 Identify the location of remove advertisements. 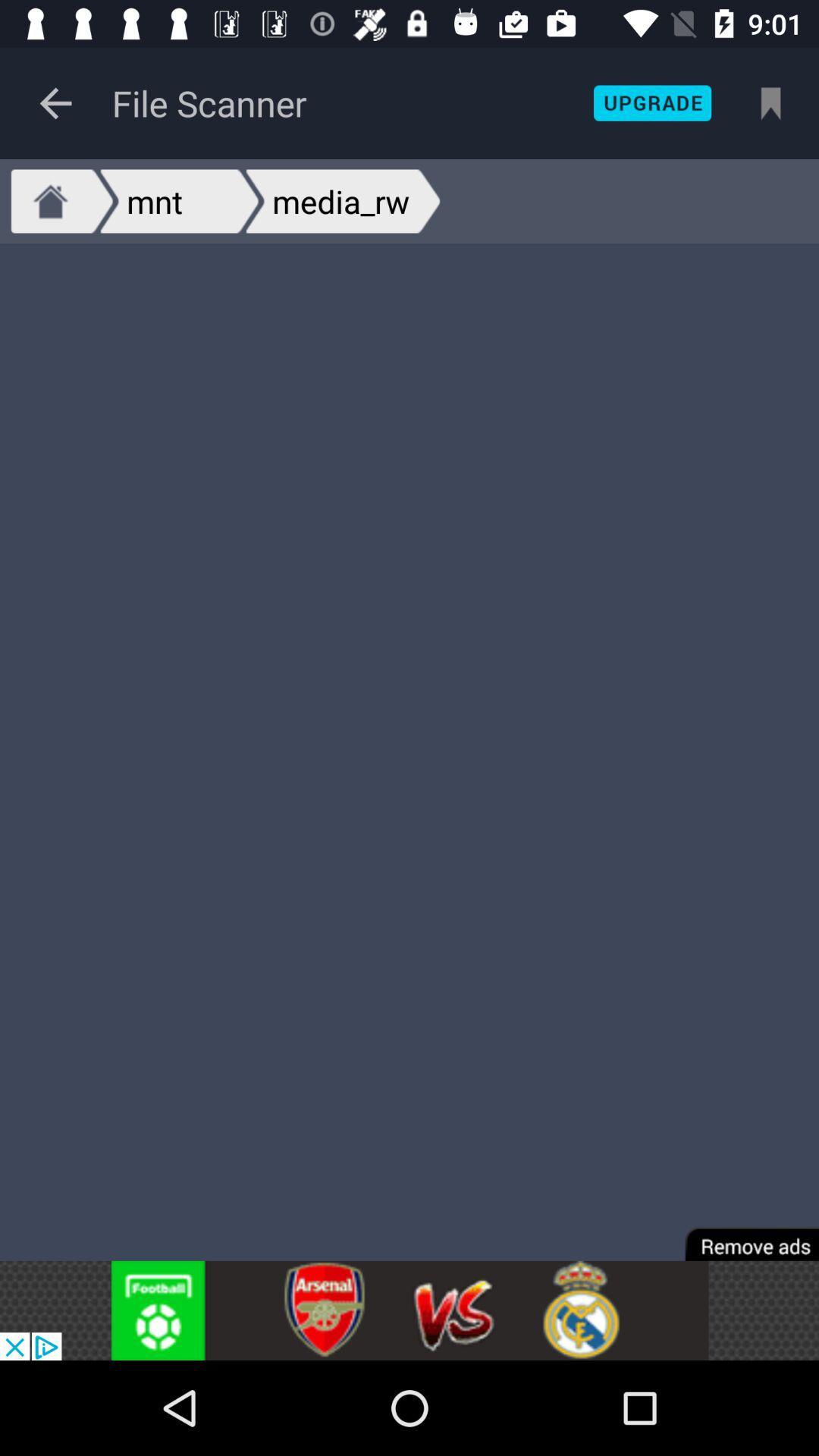
(741, 1234).